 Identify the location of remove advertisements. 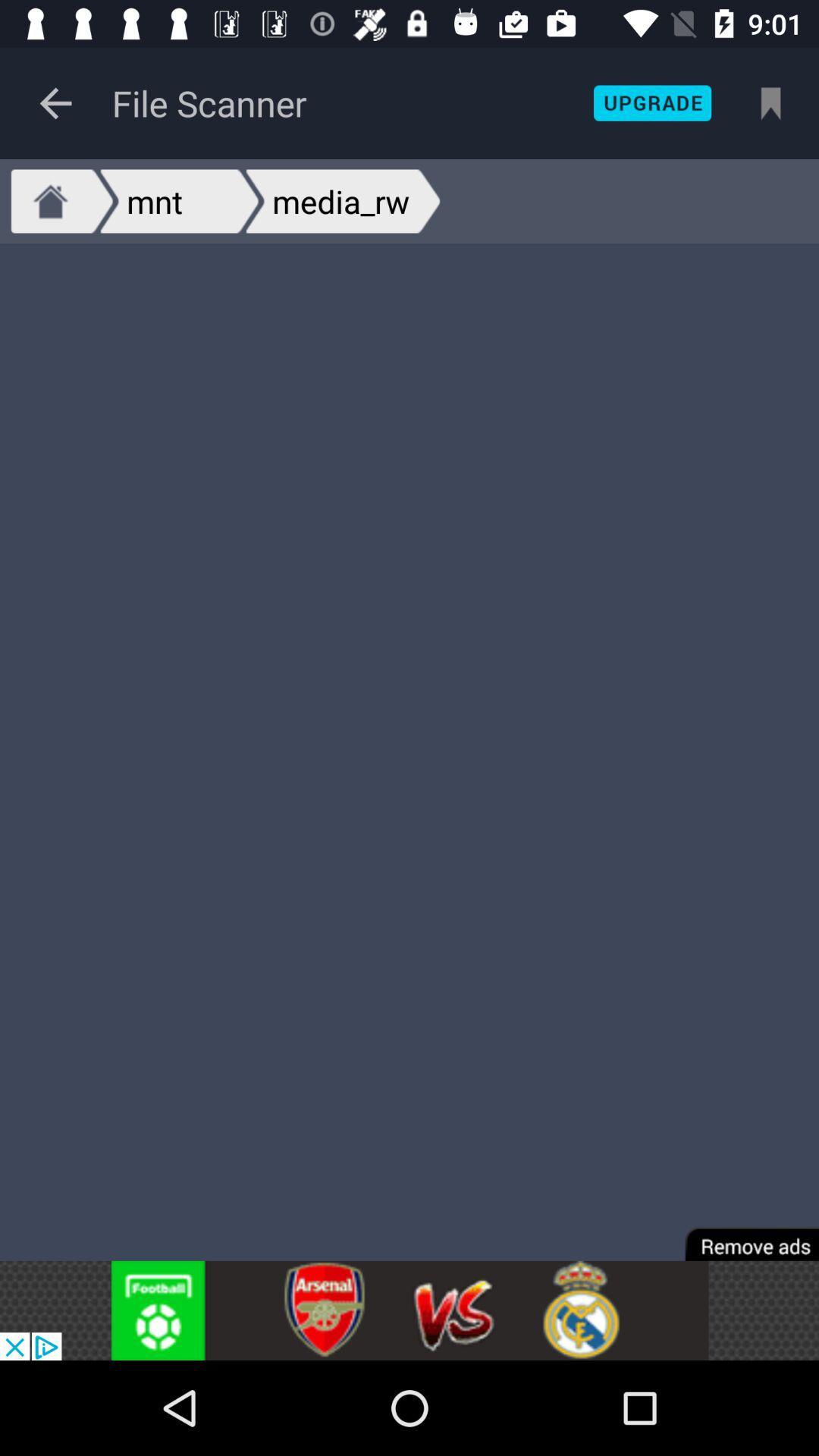
(741, 1234).